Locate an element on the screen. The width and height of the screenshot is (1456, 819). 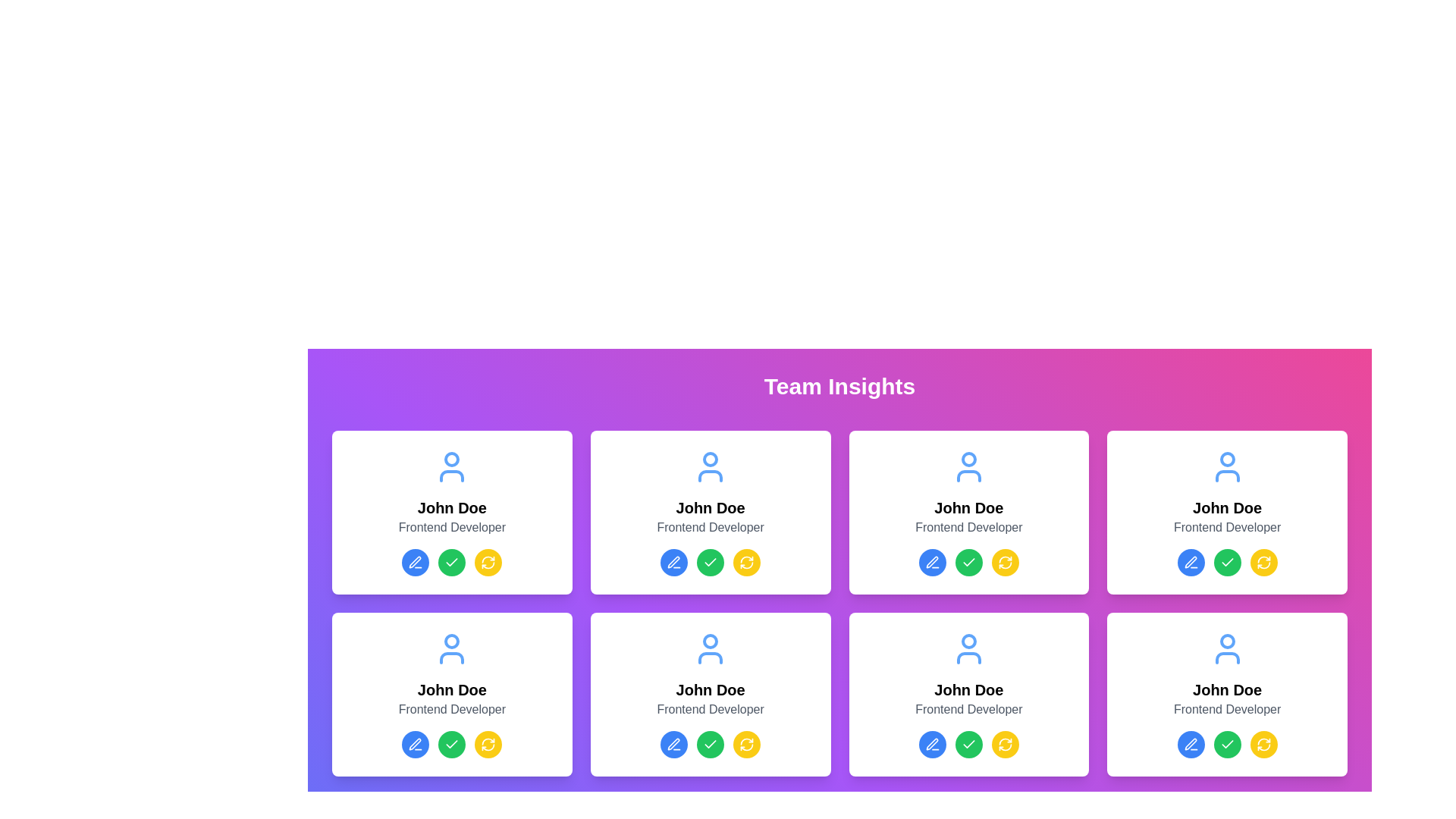
the fourth profile card in the grid layout, which is in the first row and rightmost position is located at coordinates (1227, 512).